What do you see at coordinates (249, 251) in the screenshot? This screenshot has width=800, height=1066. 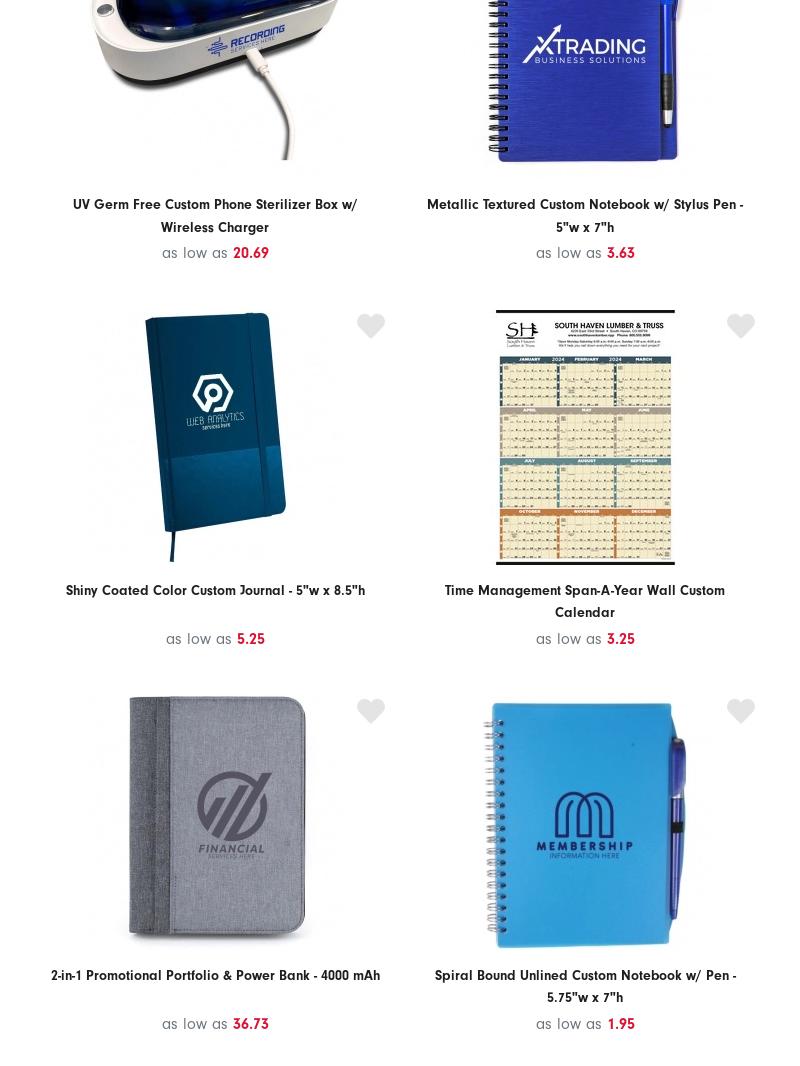 I see `'20.69'` at bounding box center [249, 251].